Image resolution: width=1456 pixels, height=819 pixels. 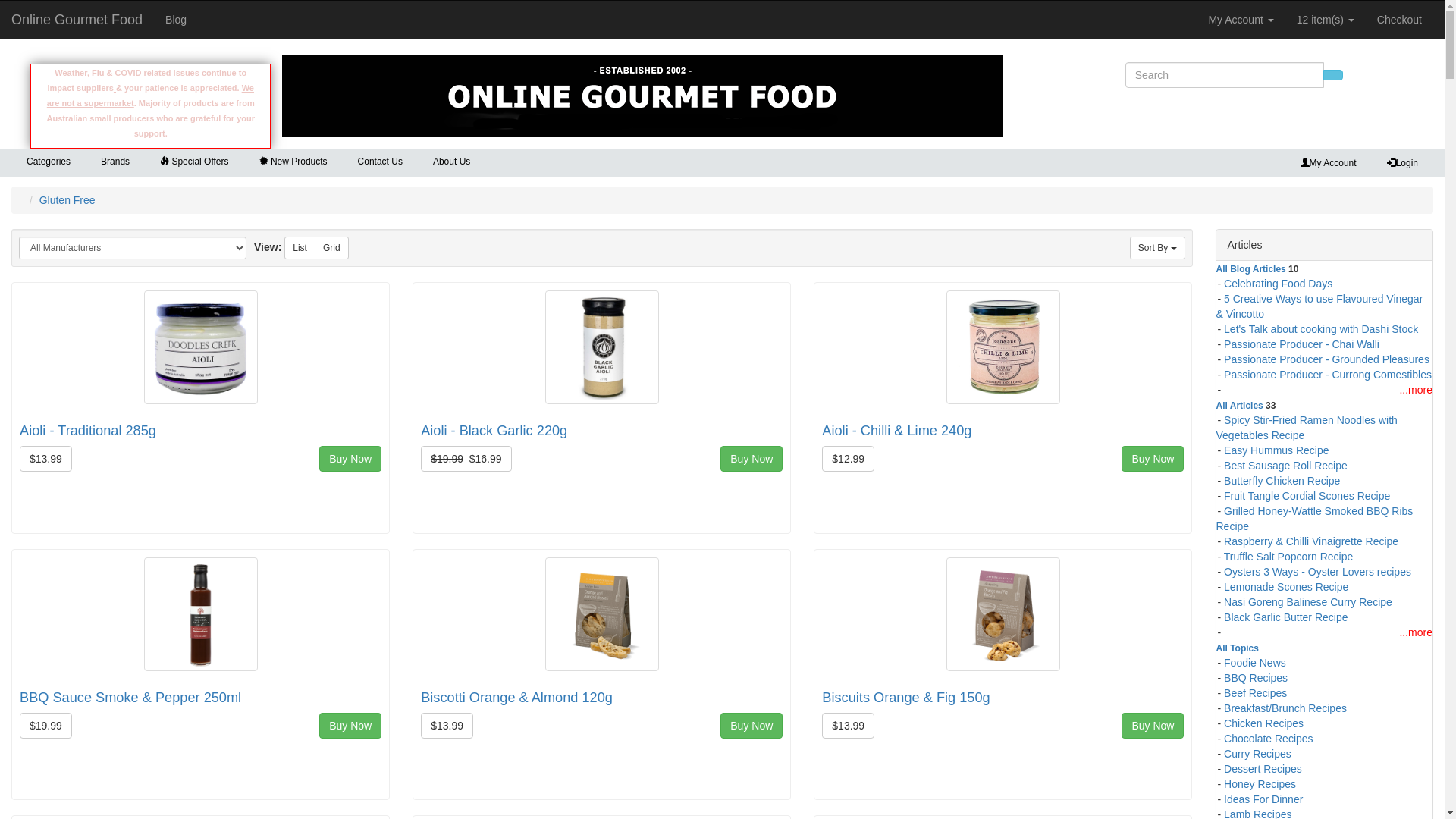 What do you see at coordinates (1320, 327) in the screenshot?
I see `'Let's Talk about cooking with Dashi Stock'` at bounding box center [1320, 327].